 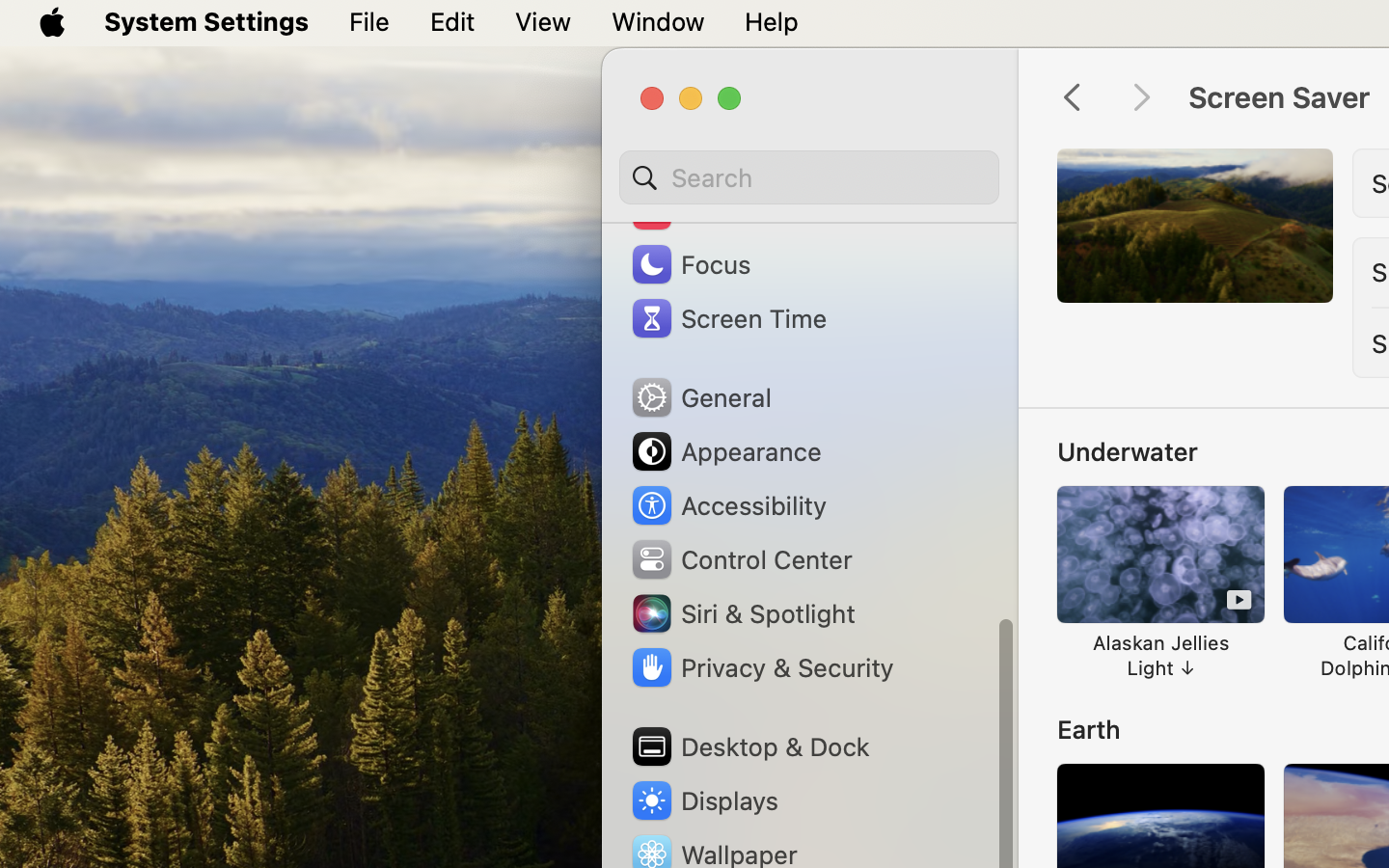 What do you see at coordinates (726, 503) in the screenshot?
I see `'Accessibility'` at bounding box center [726, 503].